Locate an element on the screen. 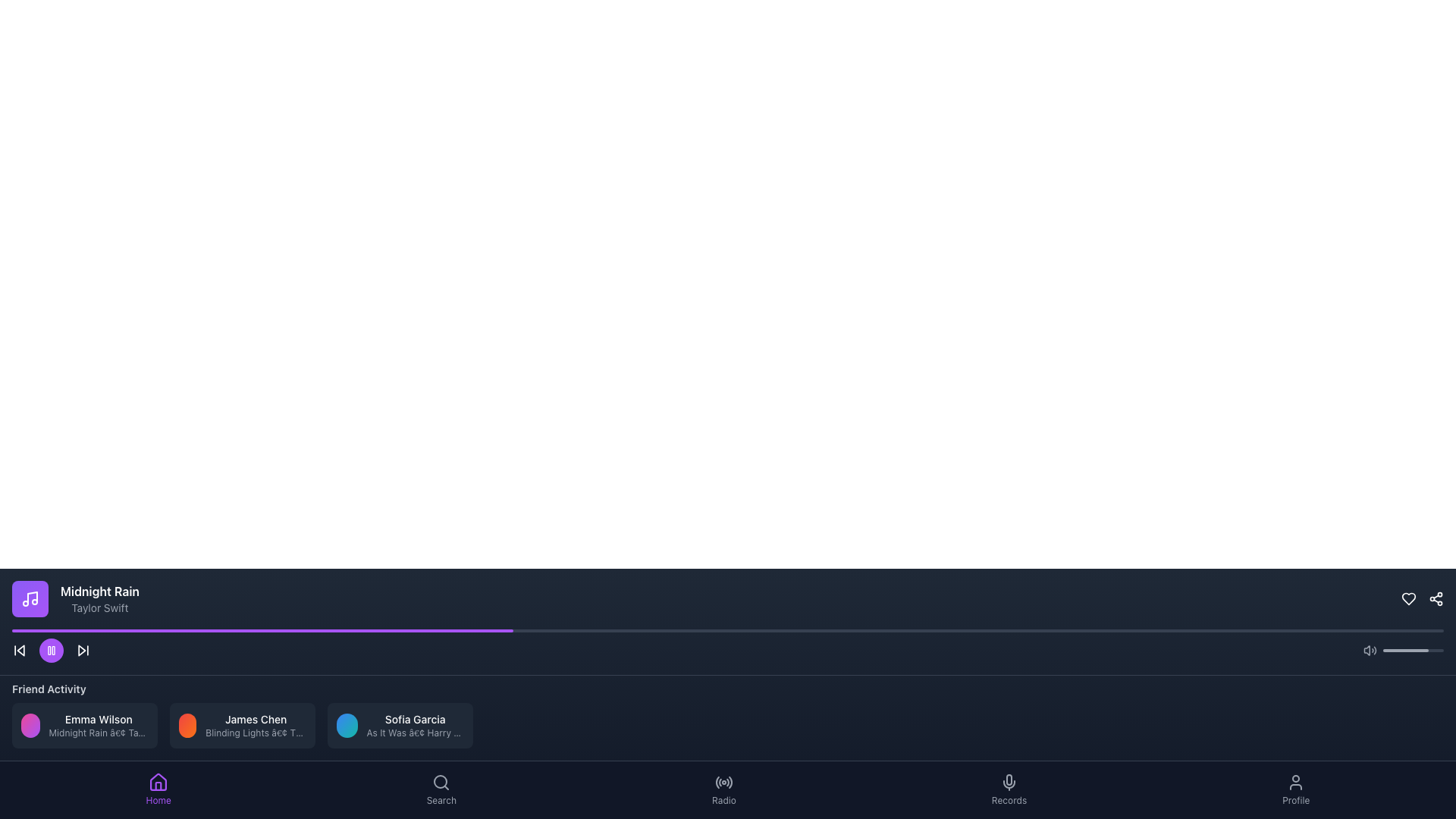  the pause button located in the central portion of the music player control bar is located at coordinates (51, 649).